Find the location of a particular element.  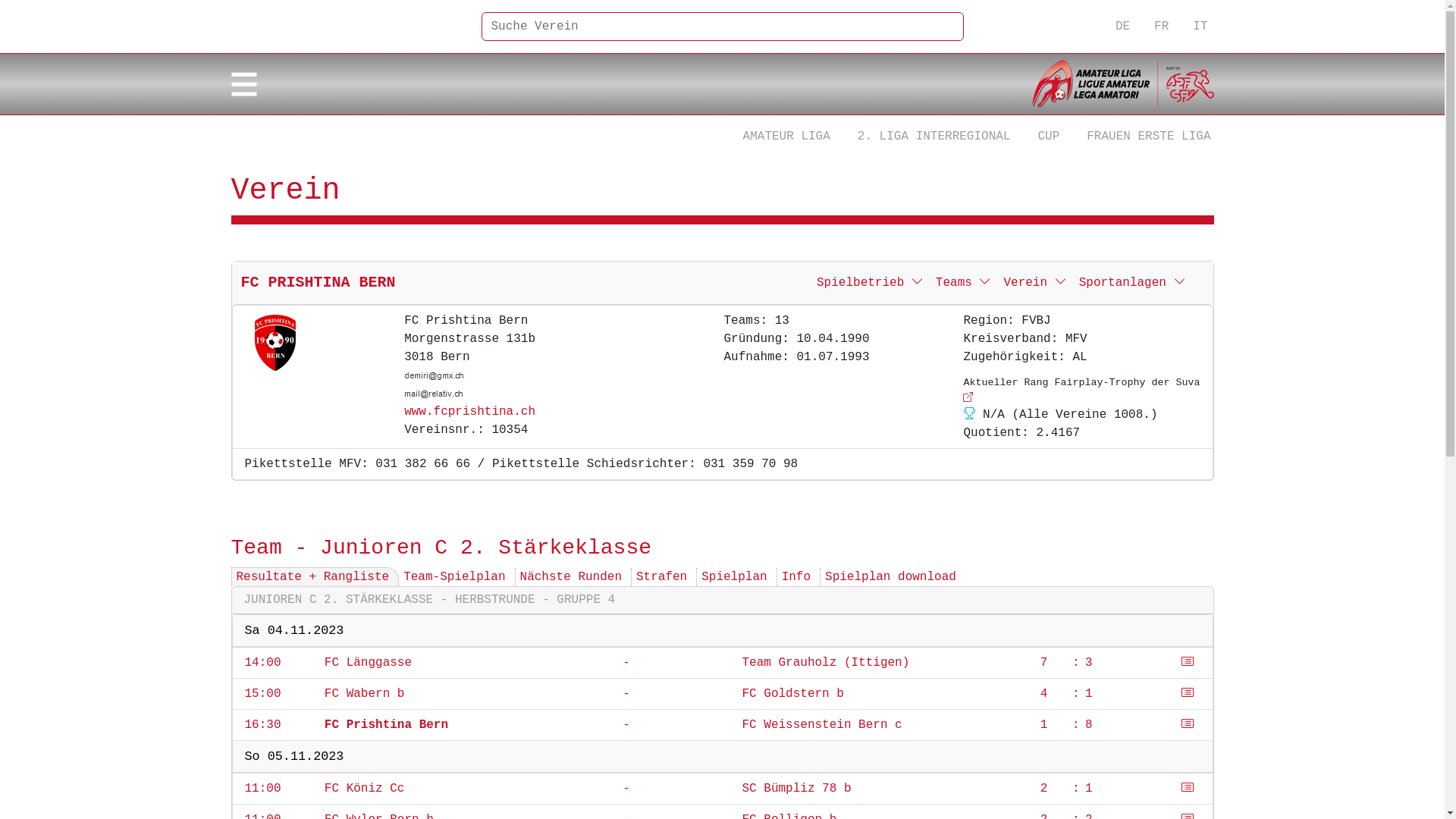

'AMATEUR LIGA' is located at coordinates (786, 136).